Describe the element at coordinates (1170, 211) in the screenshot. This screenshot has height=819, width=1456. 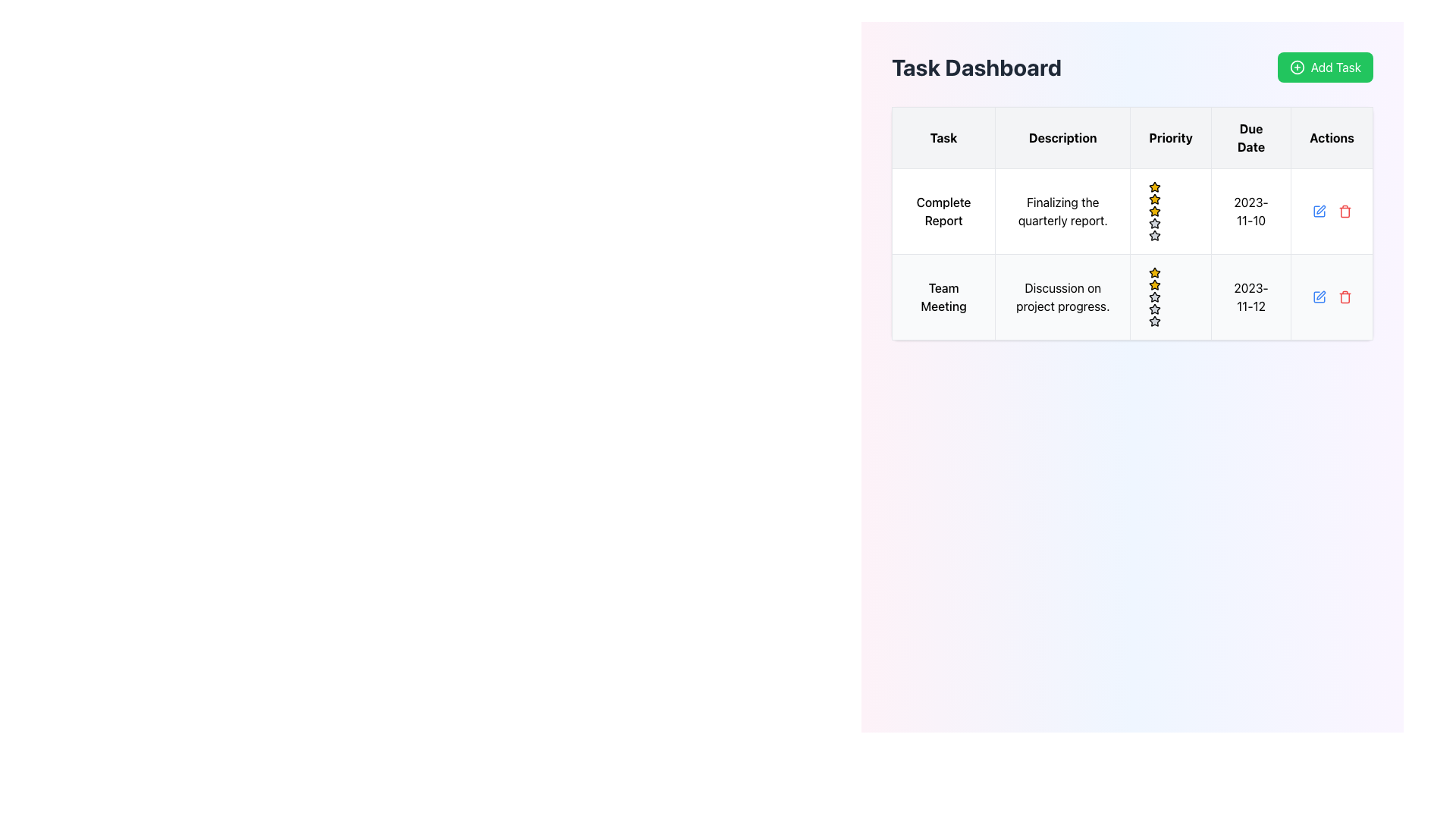
I see `the rating indicators (stars) in the third cell under the 'Priority' column of the 'Complete Report' row` at that location.